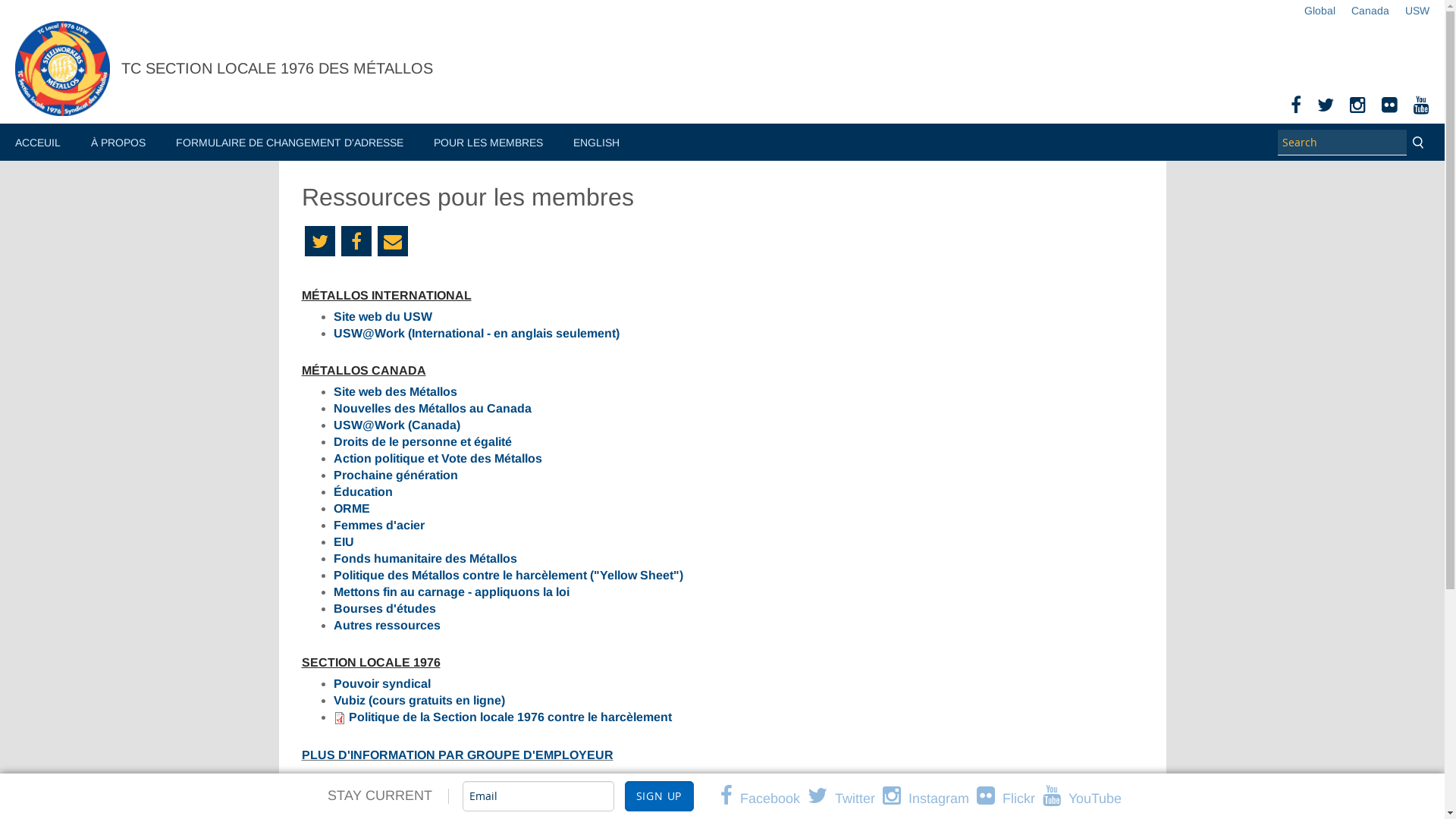 This screenshot has height=819, width=1456. Describe the element at coordinates (351, 508) in the screenshot. I see `'ORME'` at that location.